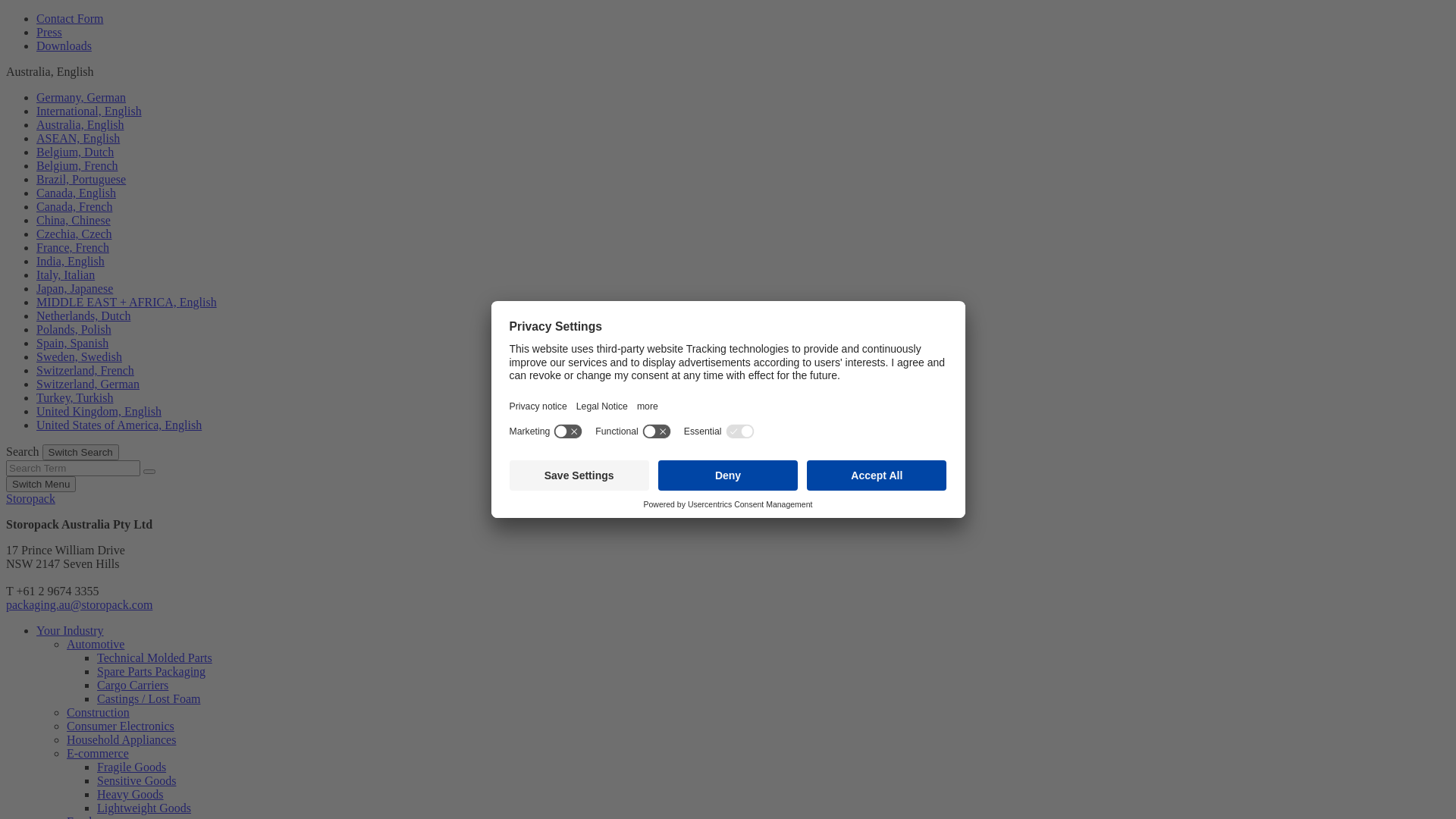 This screenshot has width=1456, height=819. What do you see at coordinates (36, 343) in the screenshot?
I see `'Spain, Spanish'` at bounding box center [36, 343].